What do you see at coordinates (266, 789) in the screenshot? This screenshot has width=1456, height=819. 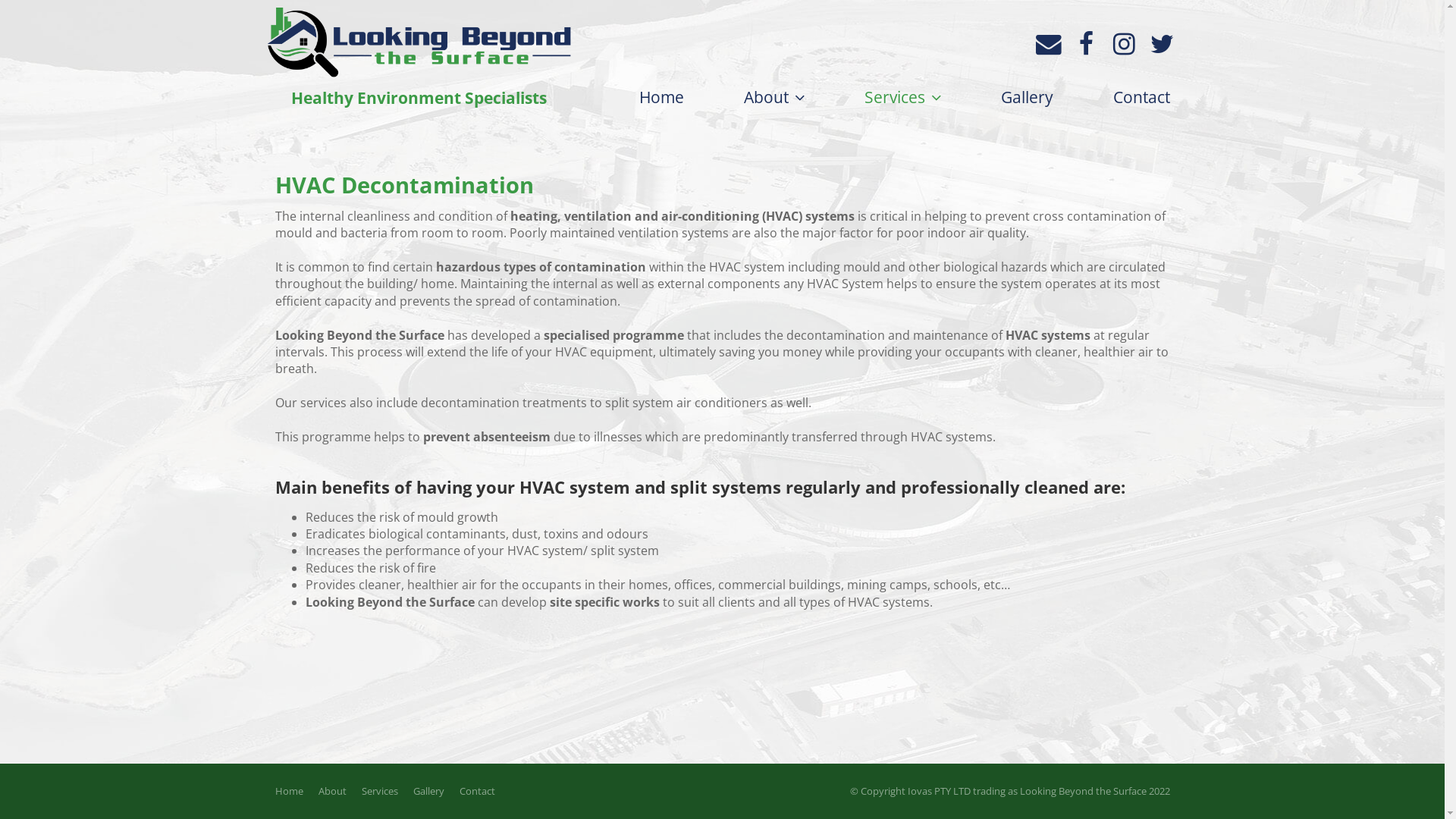 I see `'Home'` at bounding box center [266, 789].